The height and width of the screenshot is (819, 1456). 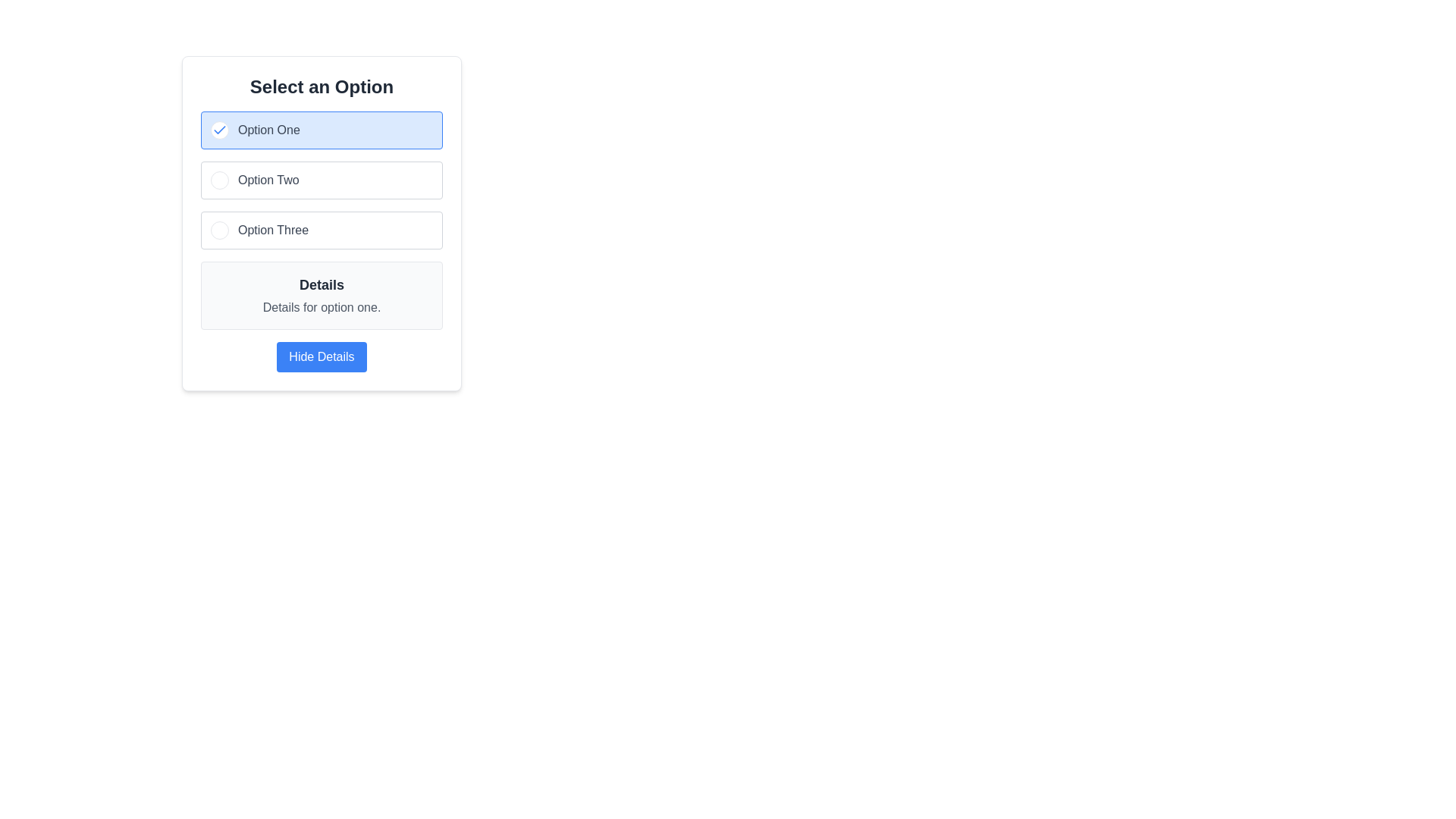 I want to click on the text label for 'Option Two', which is positioned to the right of the circular radio button and directly below 'Option One', so click(x=268, y=180).